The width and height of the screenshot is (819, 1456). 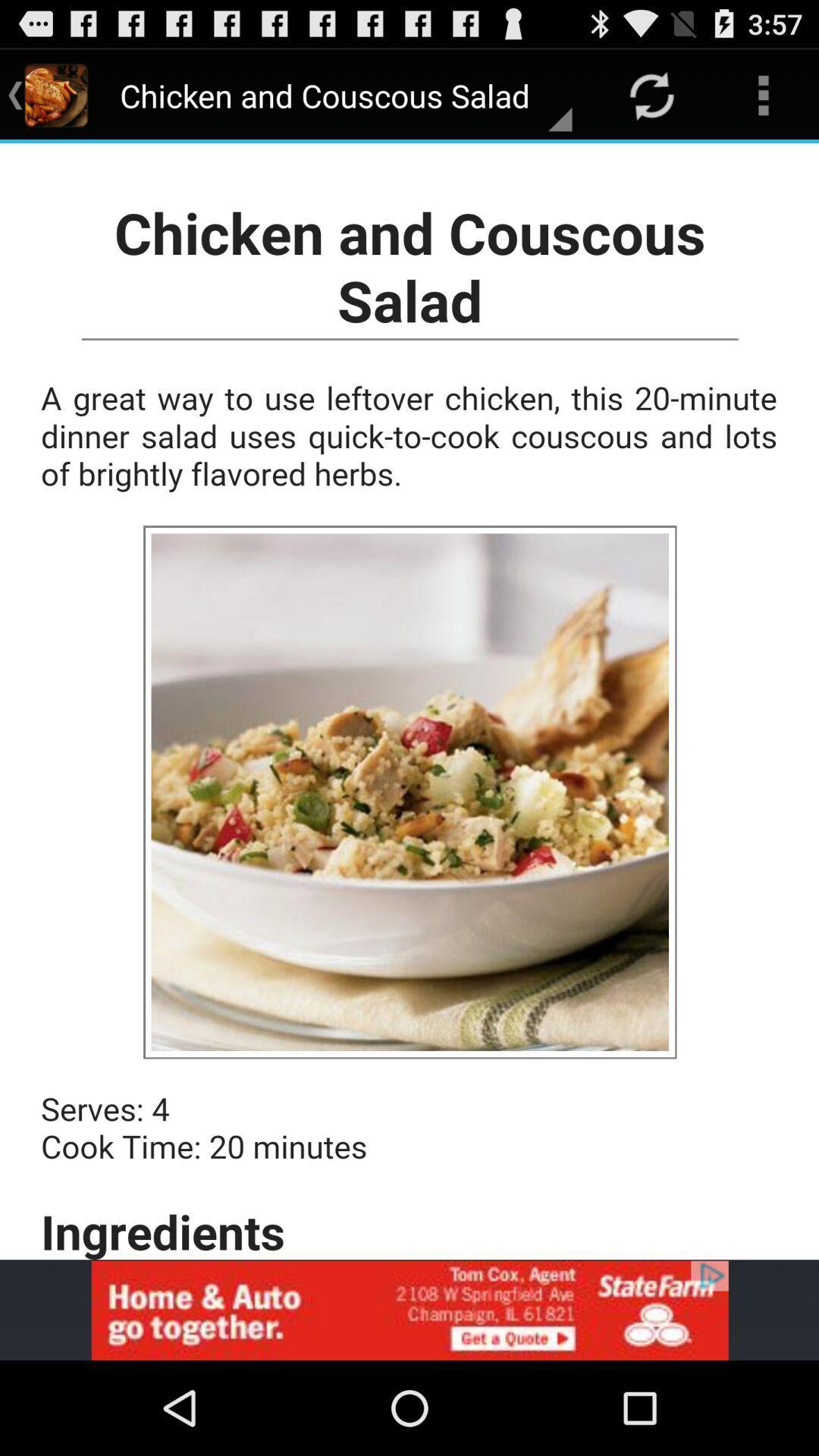 What do you see at coordinates (409, 1310) in the screenshot?
I see `advertisement link` at bounding box center [409, 1310].